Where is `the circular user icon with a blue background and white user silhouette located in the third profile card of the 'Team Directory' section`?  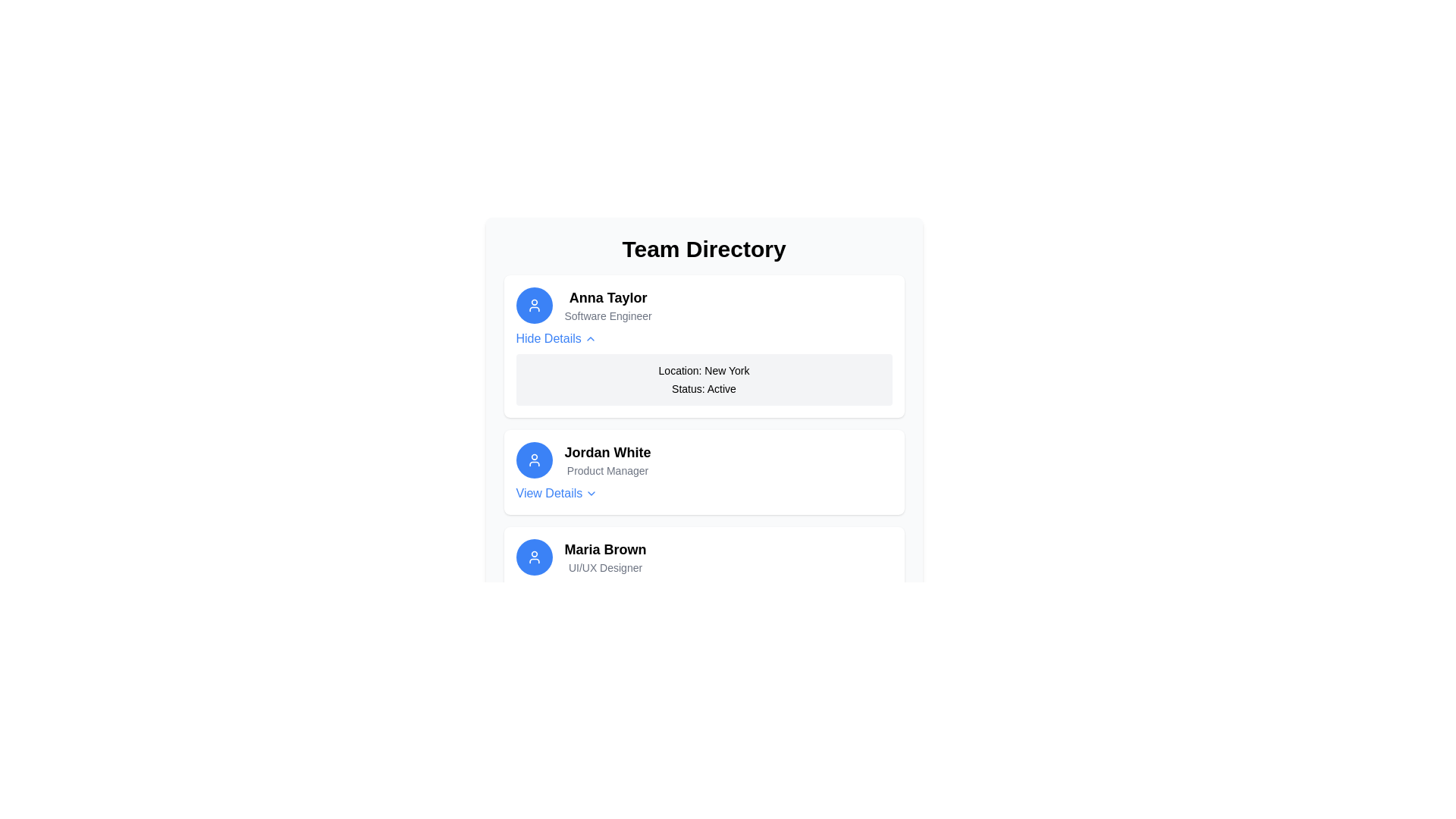
the circular user icon with a blue background and white user silhouette located in the third profile card of the 'Team Directory' section is located at coordinates (534, 557).